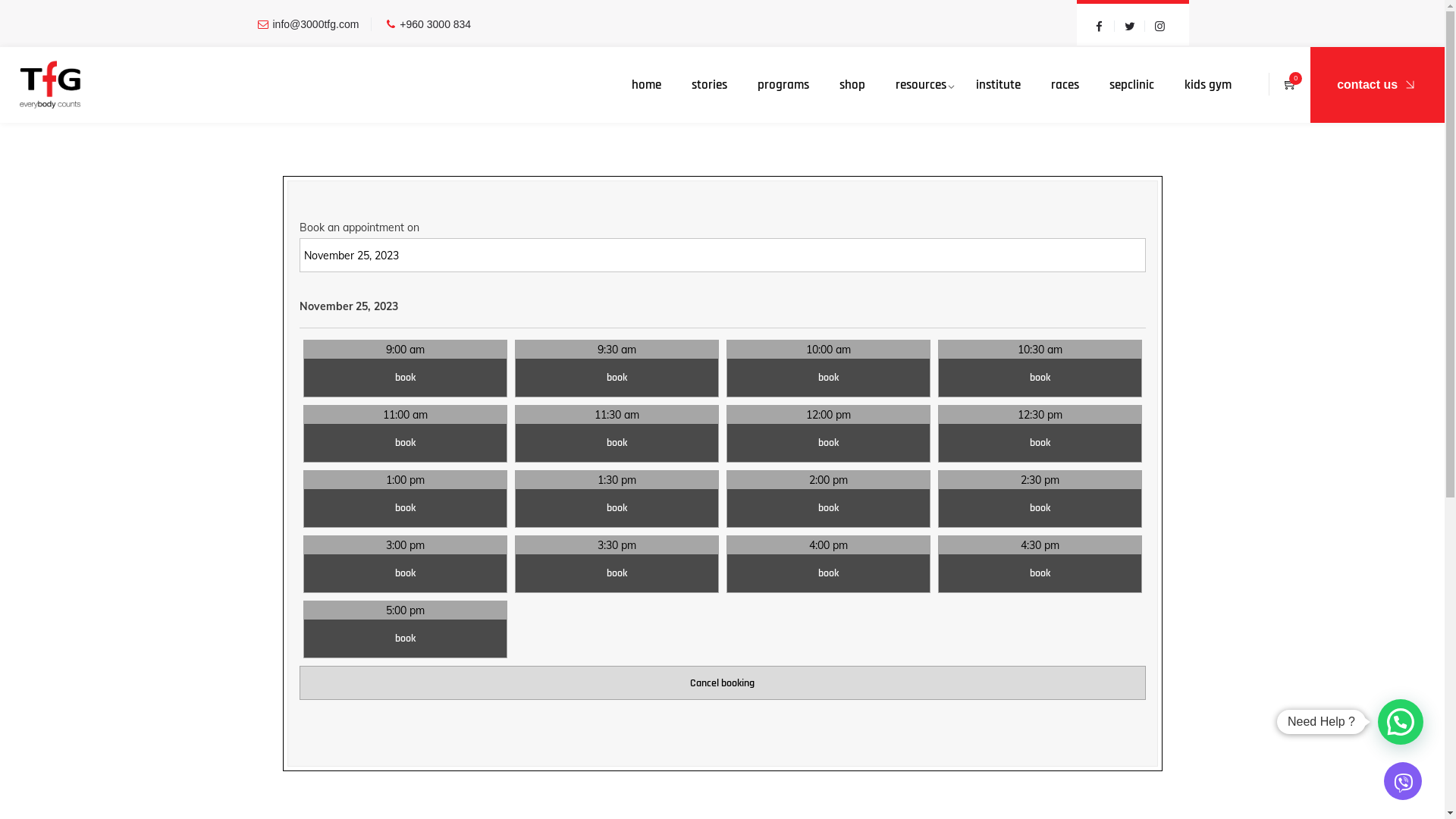 This screenshot has height=819, width=1456. What do you see at coordinates (1050, 84) in the screenshot?
I see `'races'` at bounding box center [1050, 84].